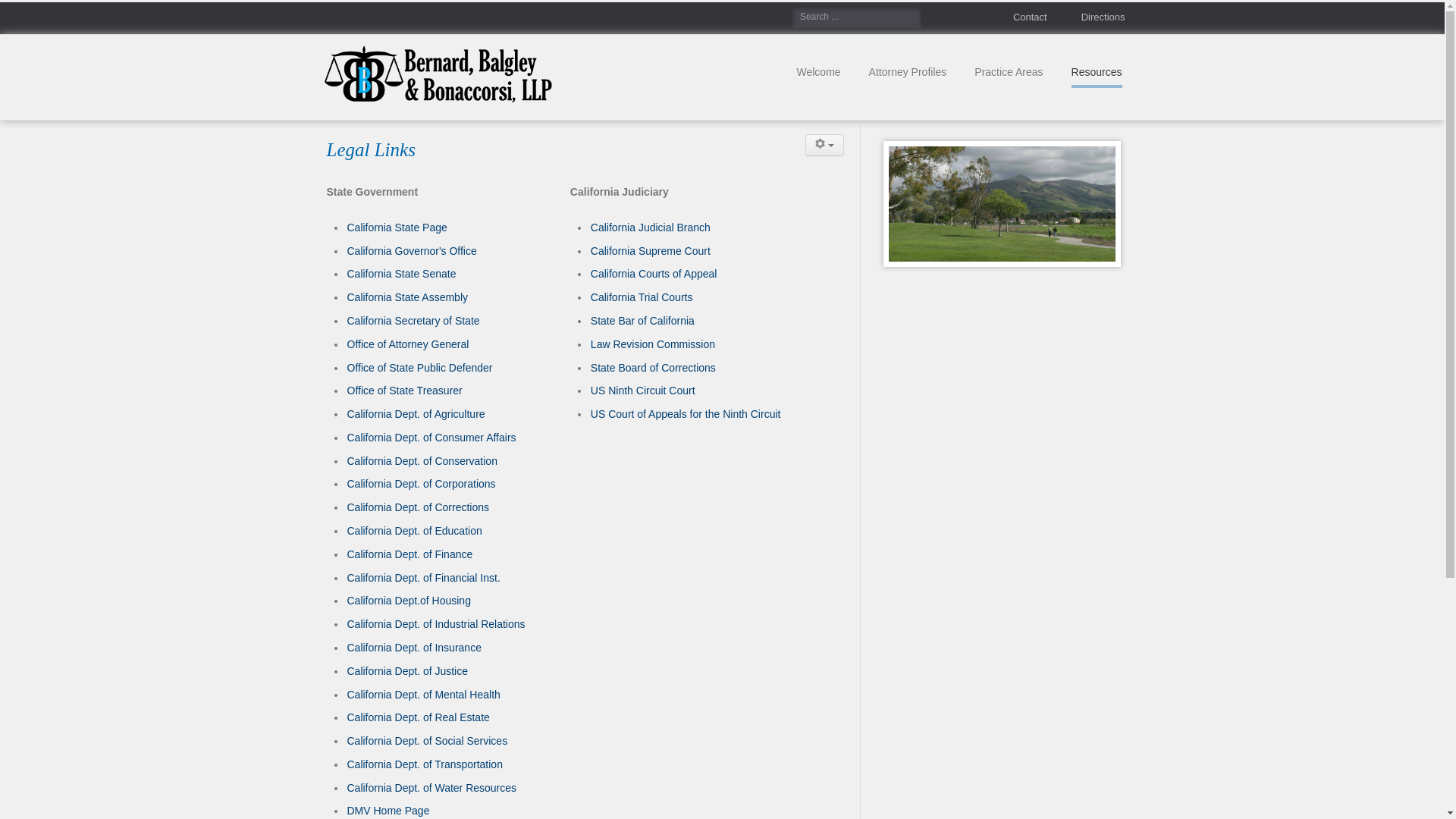  I want to click on 'Contact', so click(1015, 17).